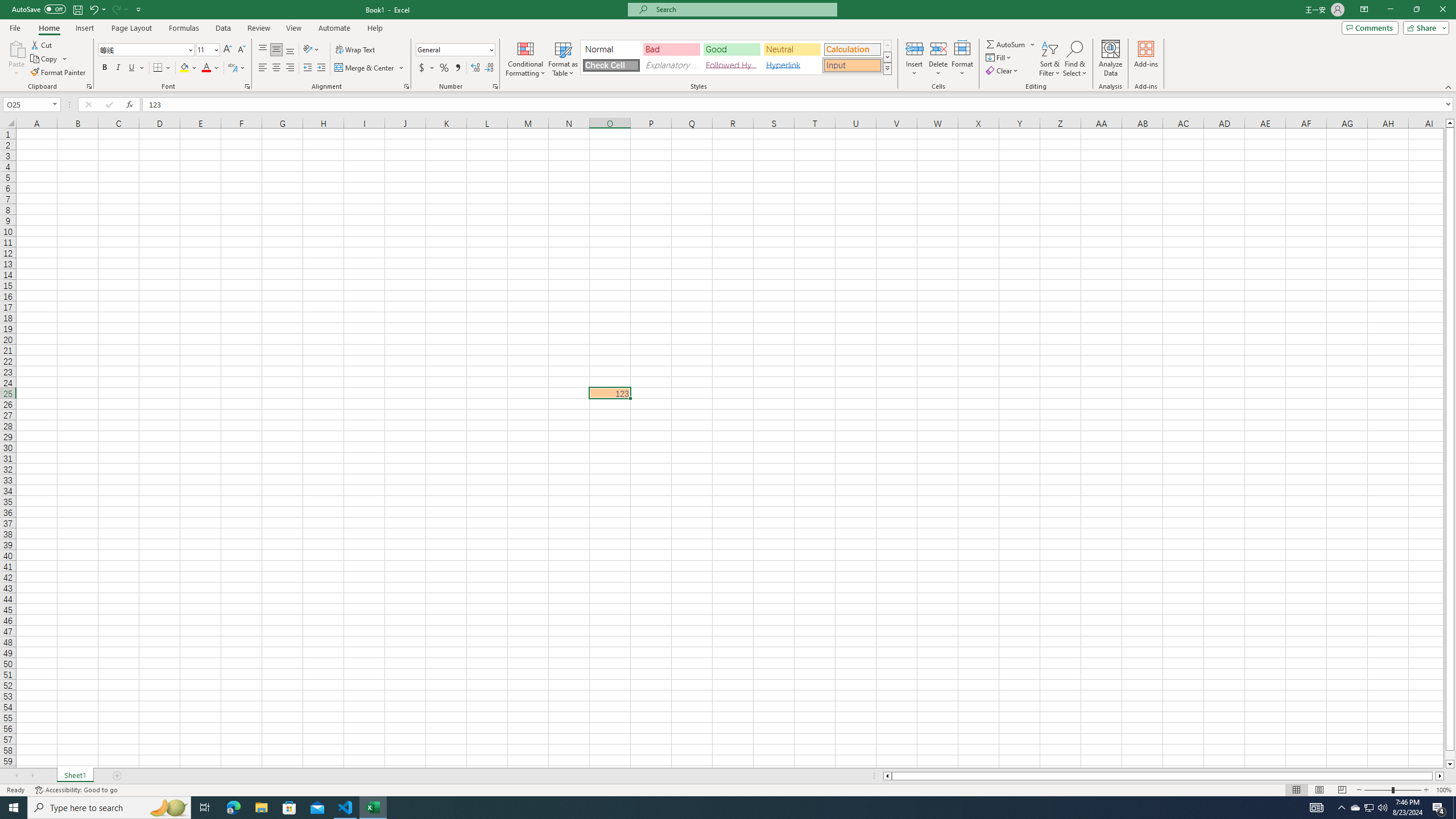 The width and height of the screenshot is (1456, 819). I want to click on 'Hyperlink', so click(791, 65).